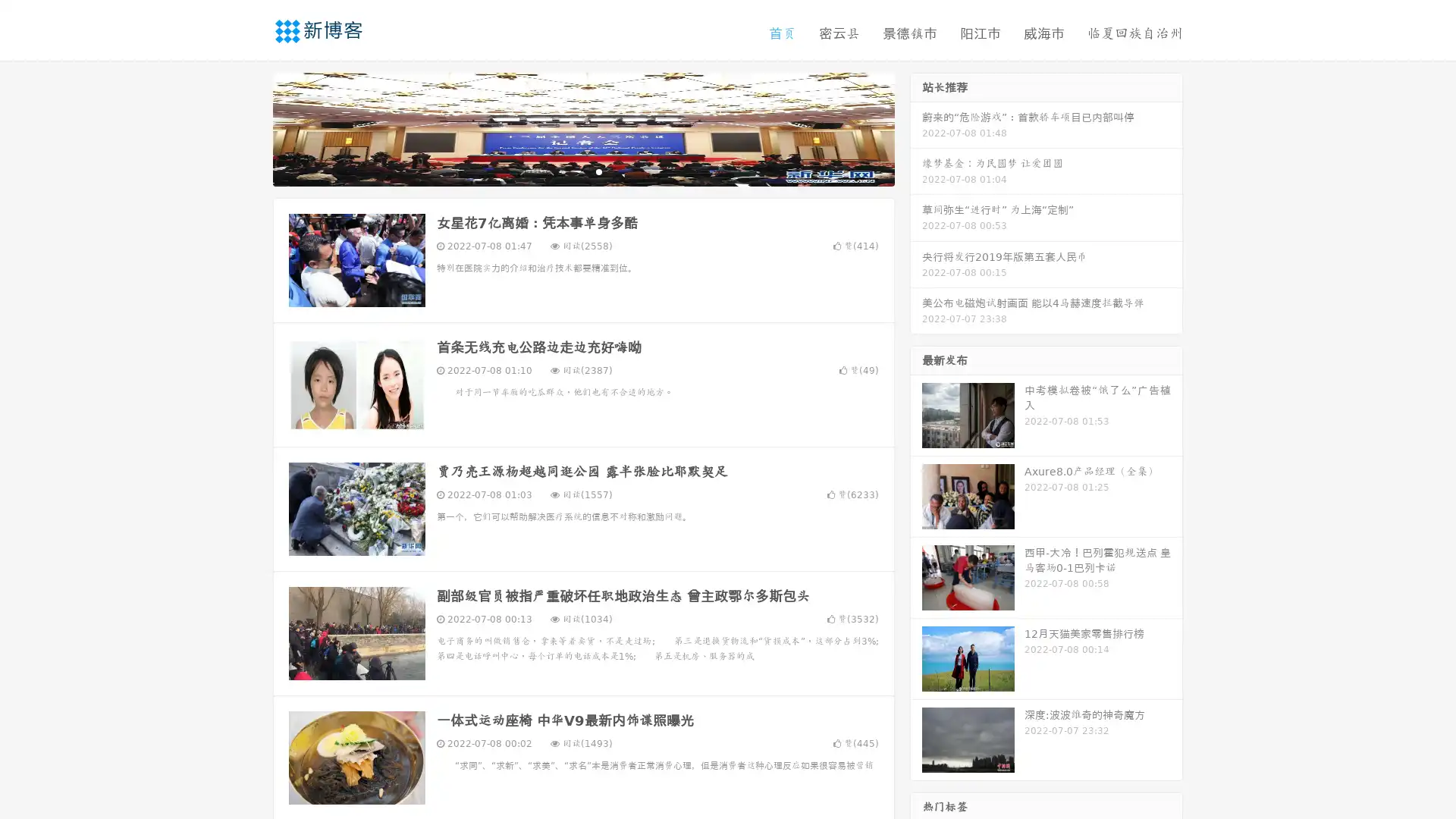 The image size is (1456, 819). What do you see at coordinates (582, 171) in the screenshot?
I see `Go to slide 2` at bounding box center [582, 171].